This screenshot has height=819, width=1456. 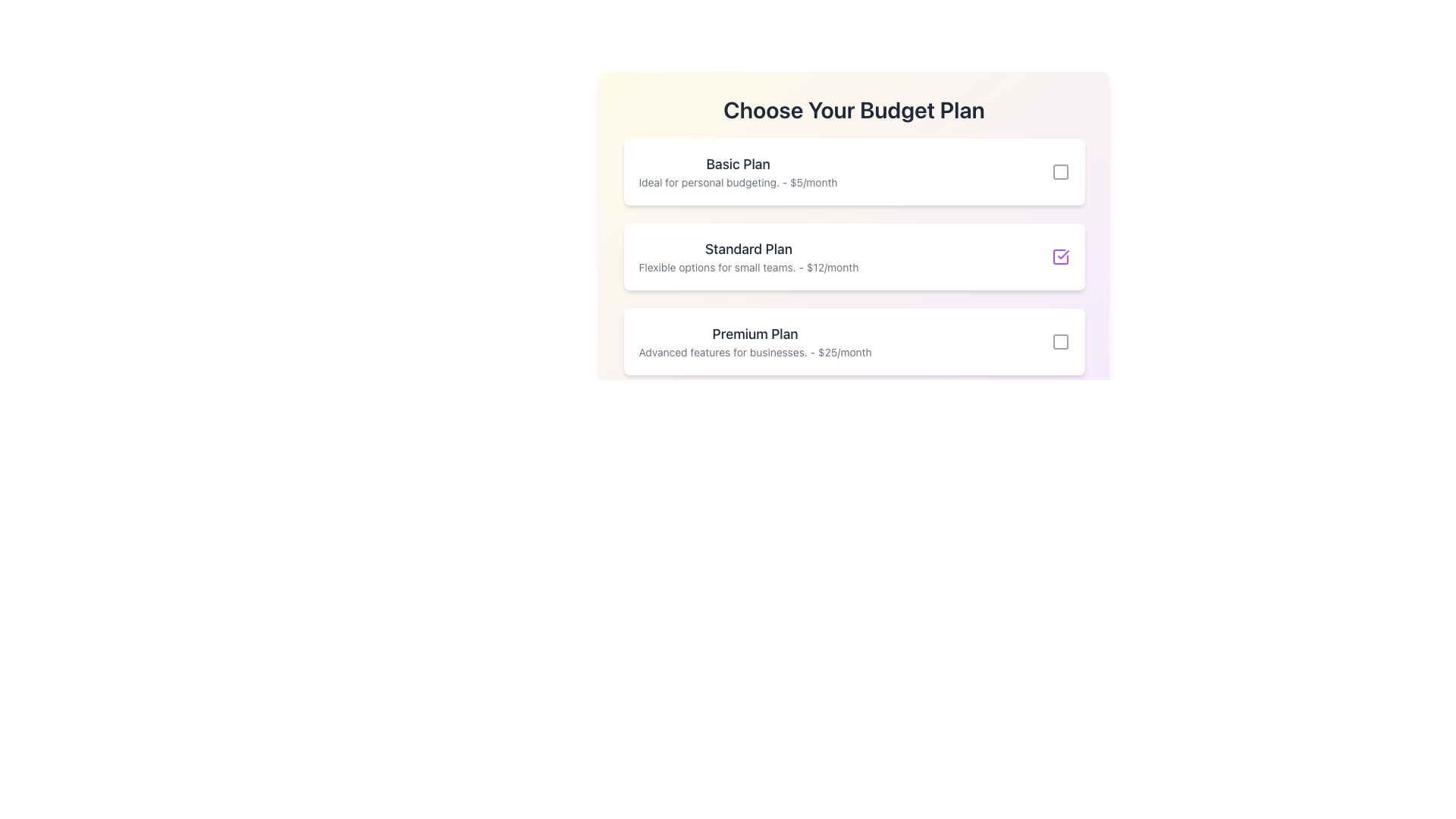 What do you see at coordinates (755, 333) in the screenshot?
I see `the 'Premium Plan' text label, which is bold, medium-sized, and dark gray, located above the descriptive text for the Advanced features and below the Standard Plan item` at bounding box center [755, 333].